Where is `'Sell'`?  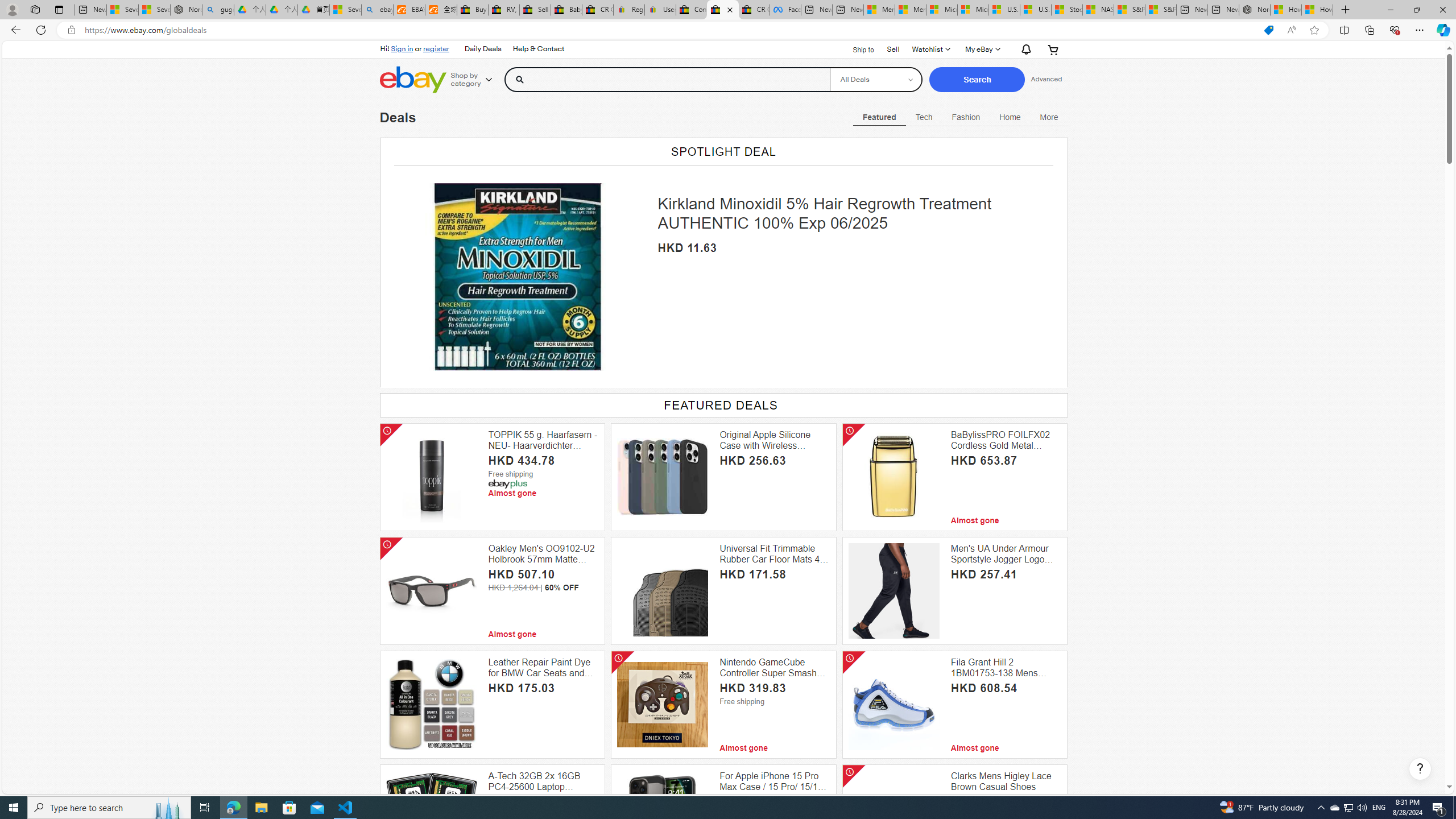 'Sell' is located at coordinates (892, 48).